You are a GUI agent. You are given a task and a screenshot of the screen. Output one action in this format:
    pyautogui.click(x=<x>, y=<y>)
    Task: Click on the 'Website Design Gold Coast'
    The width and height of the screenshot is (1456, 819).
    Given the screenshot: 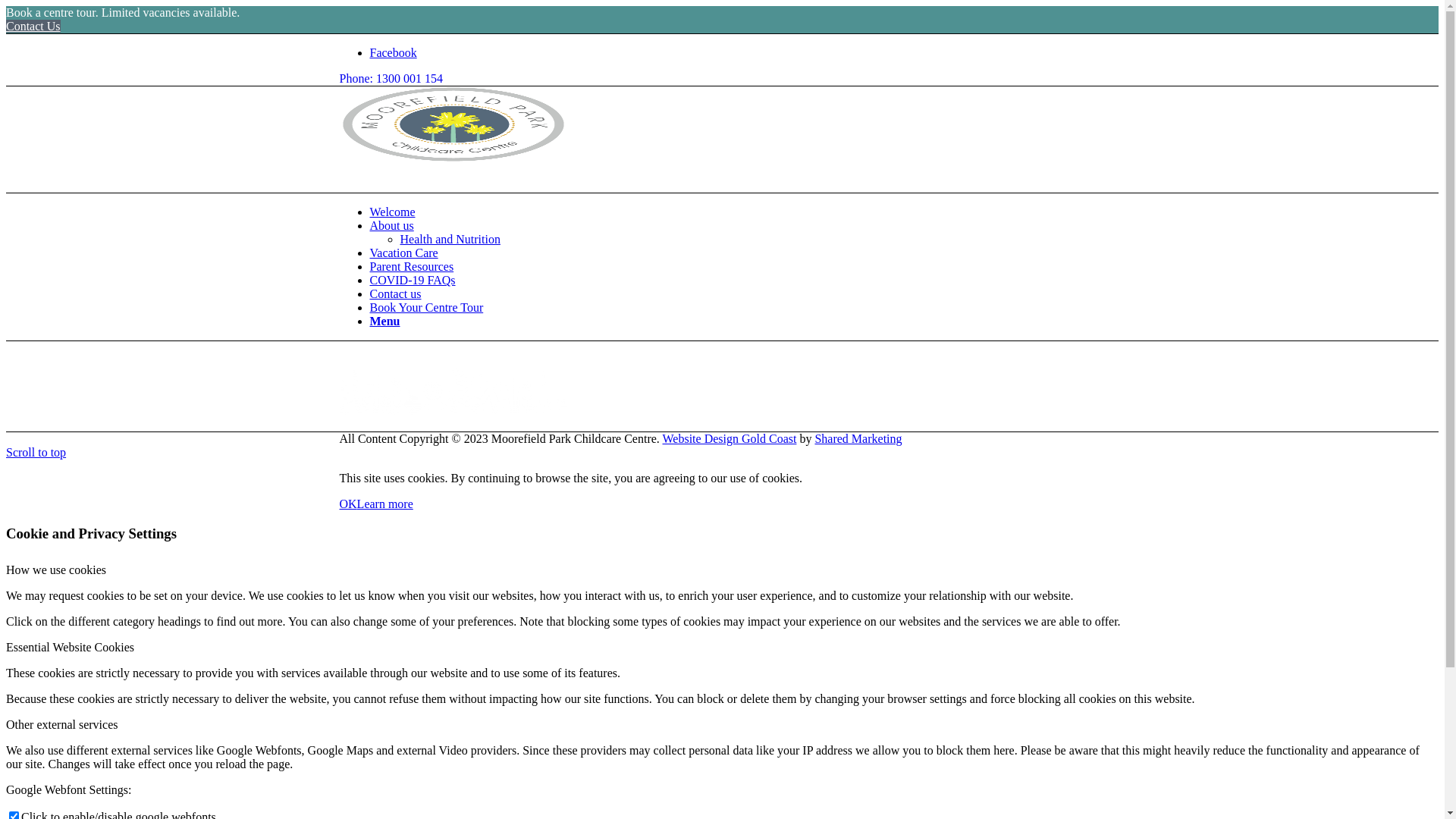 What is the action you would take?
    pyautogui.click(x=730, y=438)
    